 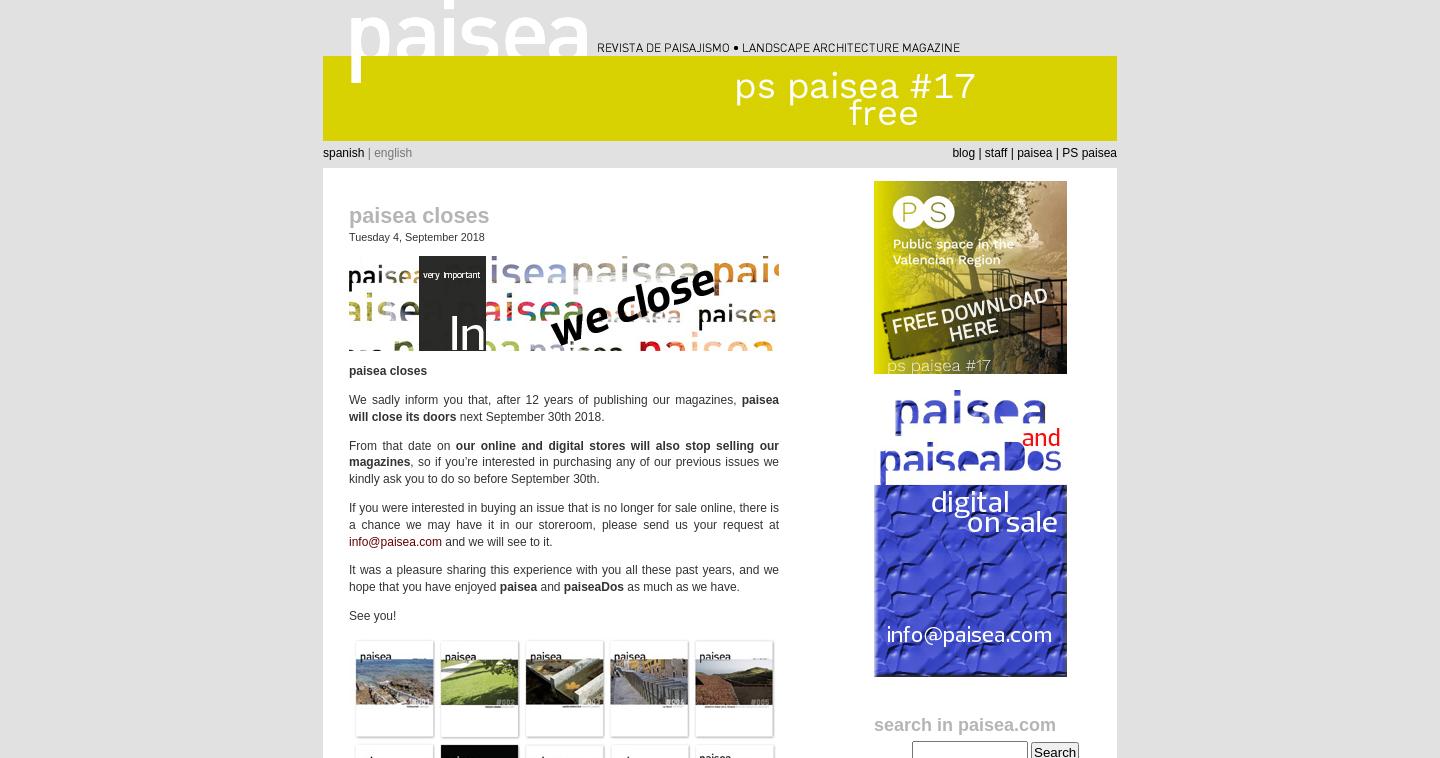 What do you see at coordinates (994, 151) in the screenshot?
I see `'staff'` at bounding box center [994, 151].